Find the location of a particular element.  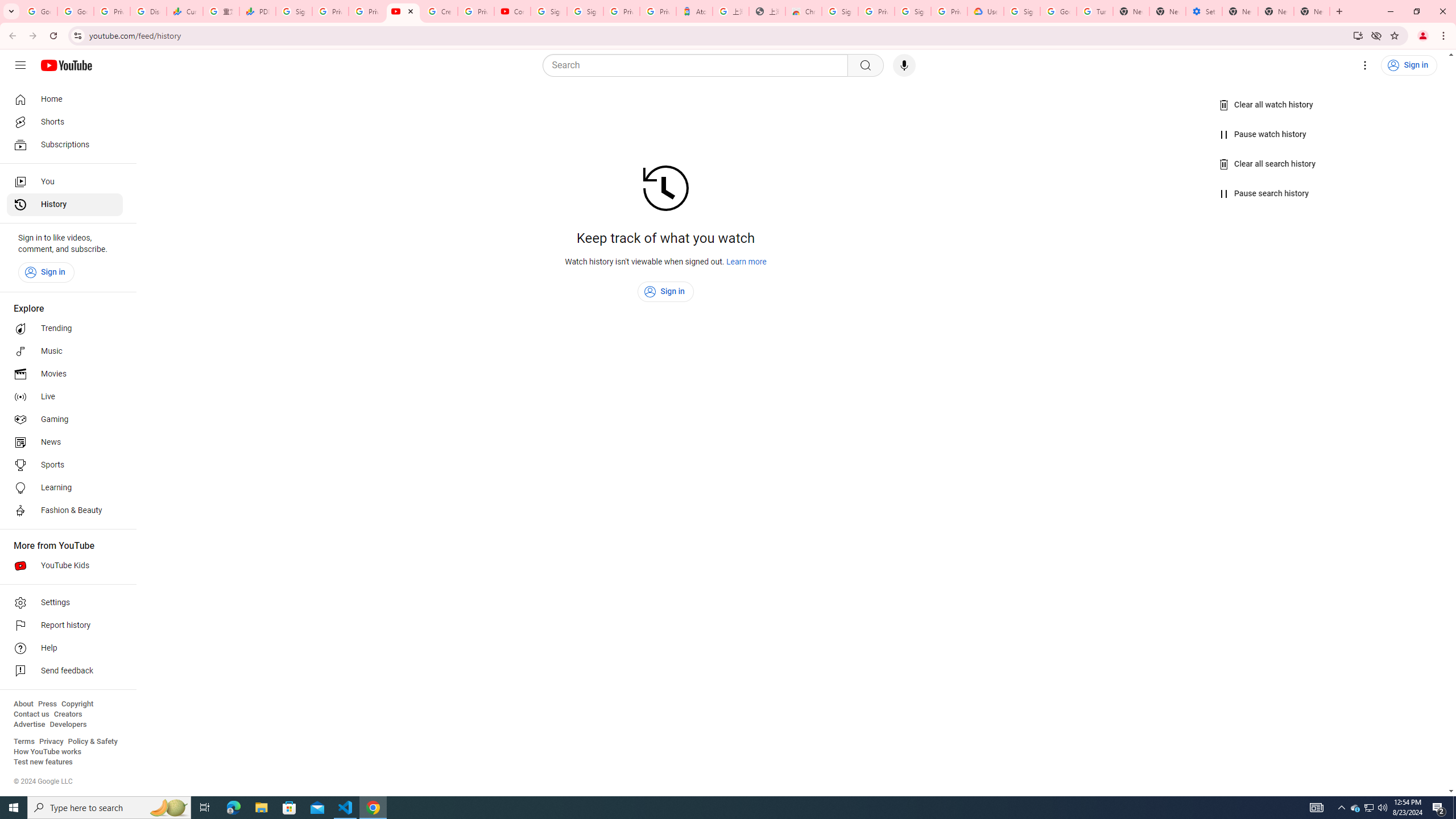

'Sign in - Google Accounts' is located at coordinates (549, 11).